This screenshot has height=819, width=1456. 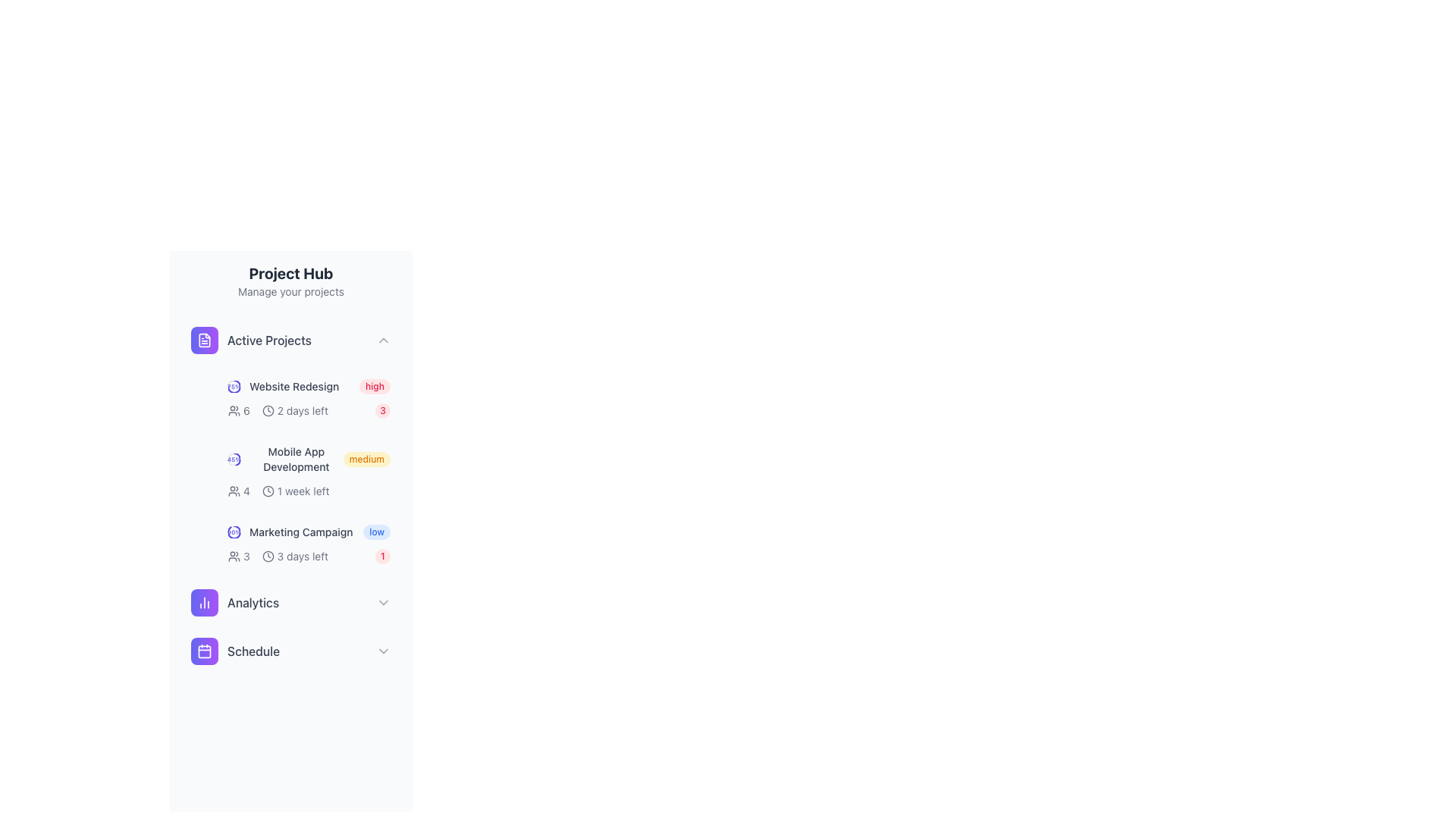 What do you see at coordinates (366, 458) in the screenshot?
I see `the 'medium' priority label in the 'Active Projects' section next to the project title 'Mobile App Development'` at bounding box center [366, 458].